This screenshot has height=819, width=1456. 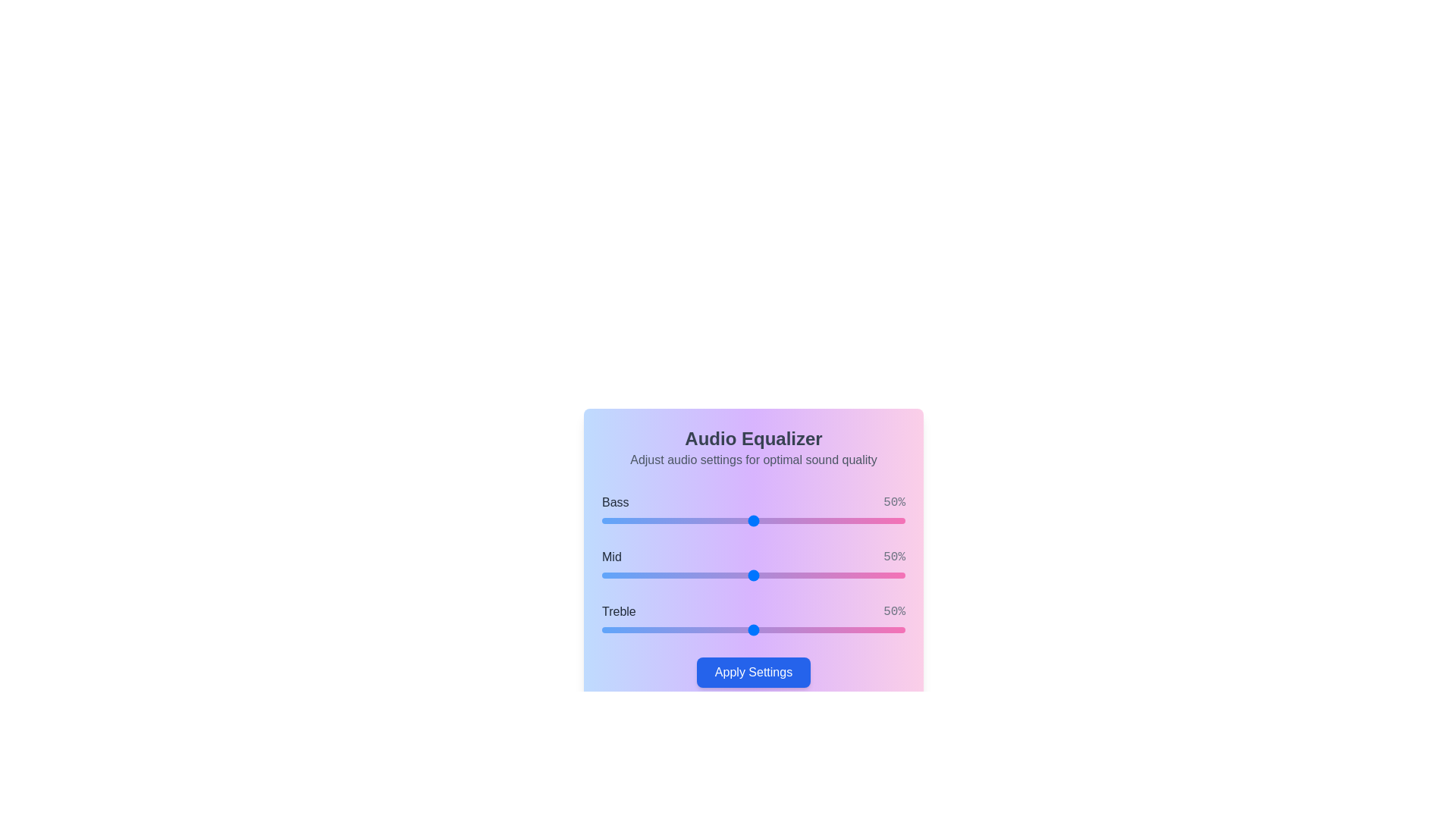 I want to click on the 1 slider to 18%, so click(x=656, y=576).